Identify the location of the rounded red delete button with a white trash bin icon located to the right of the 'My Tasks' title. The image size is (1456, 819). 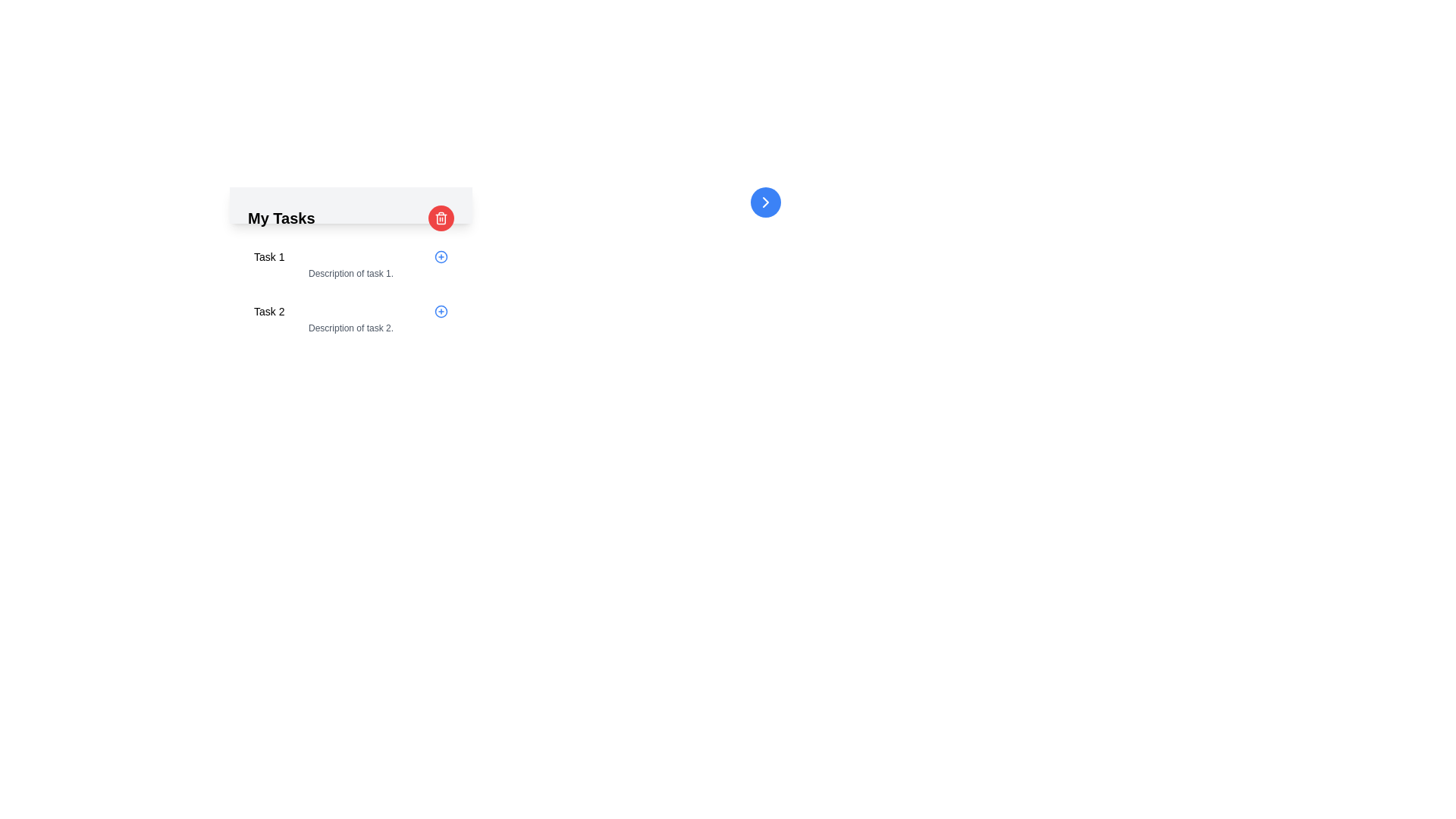
(440, 218).